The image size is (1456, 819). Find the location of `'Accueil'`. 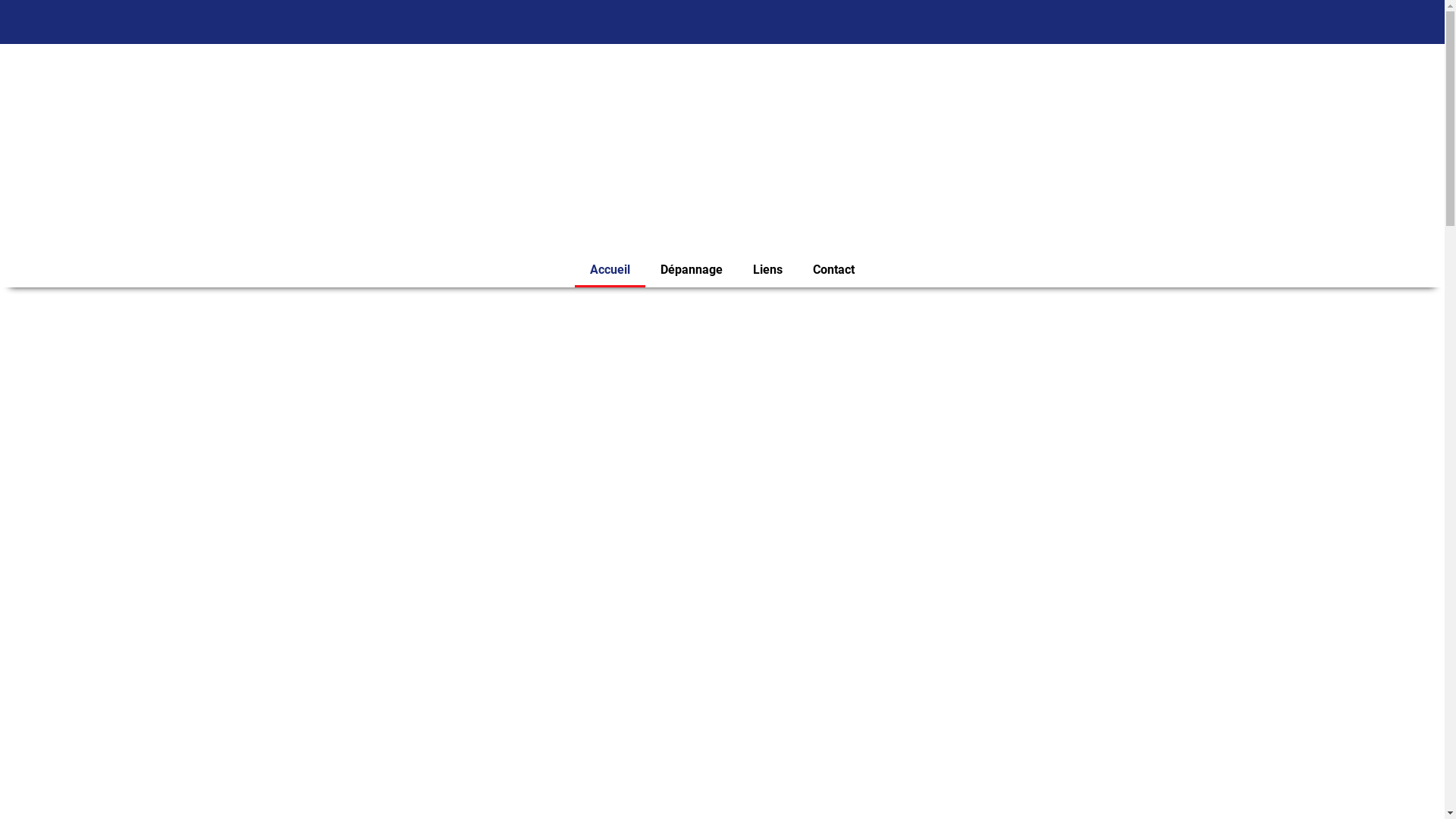

'Accueil' is located at coordinates (610, 268).